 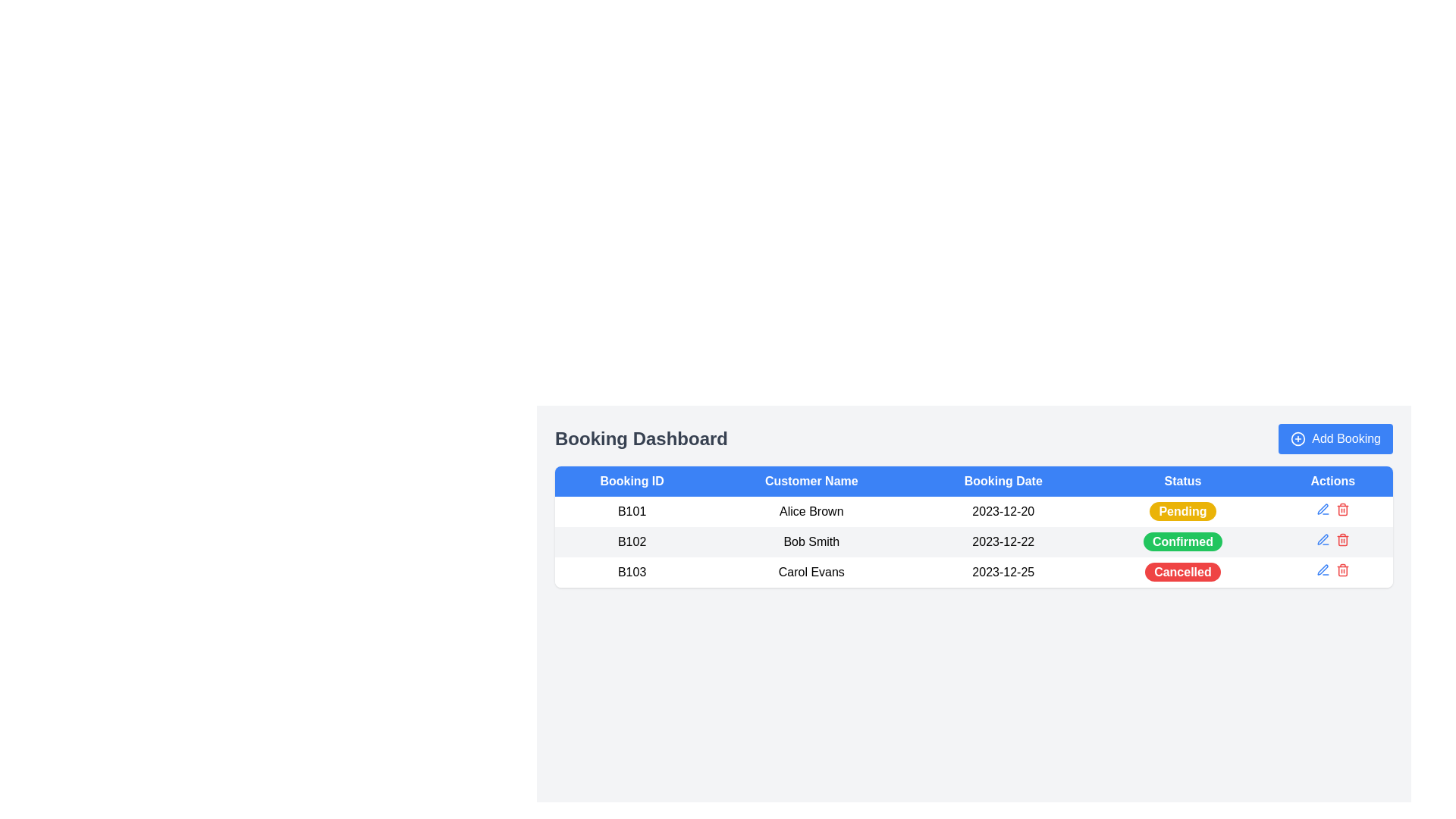 What do you see at coordinates (1322, 539) in the screenshot?
I see `the blue pen icon in the 'Actions' column of the second table row, which is associated with Booking ID 'B102'` at bounding box center [1322, 539].